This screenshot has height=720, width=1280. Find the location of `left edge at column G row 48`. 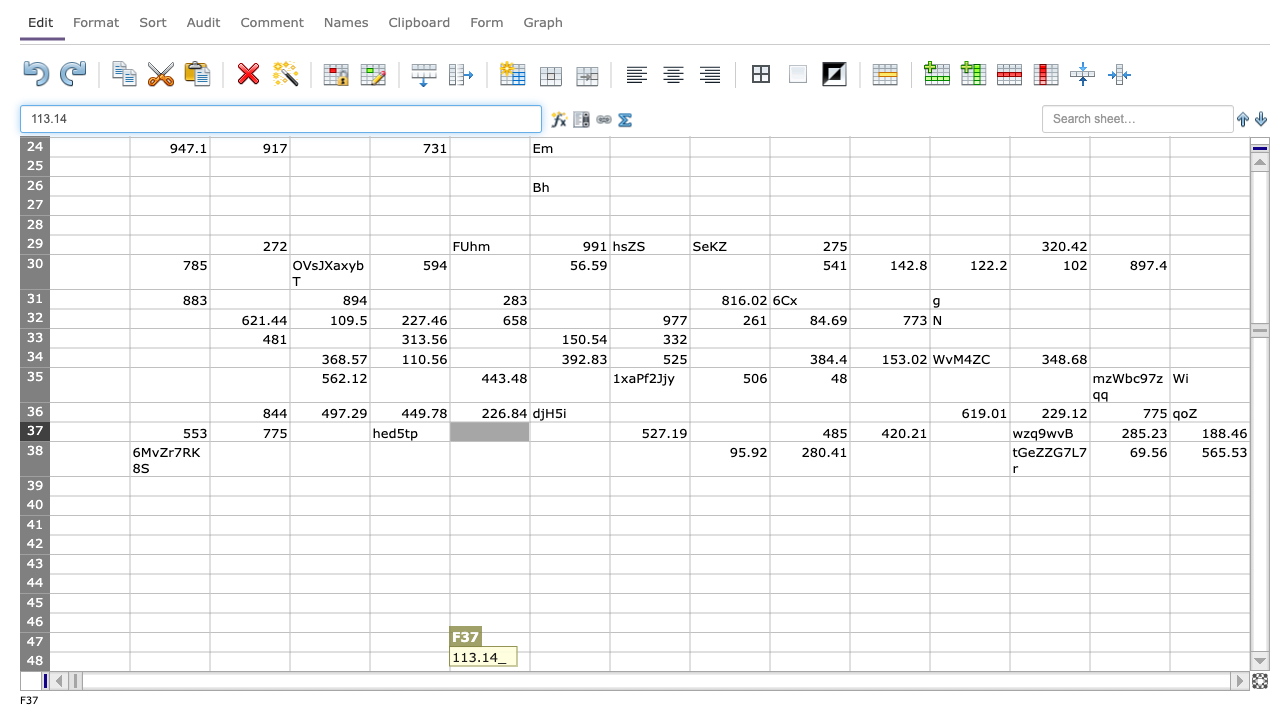

left edge at column G row 48 is located at coordinates (530, 661).